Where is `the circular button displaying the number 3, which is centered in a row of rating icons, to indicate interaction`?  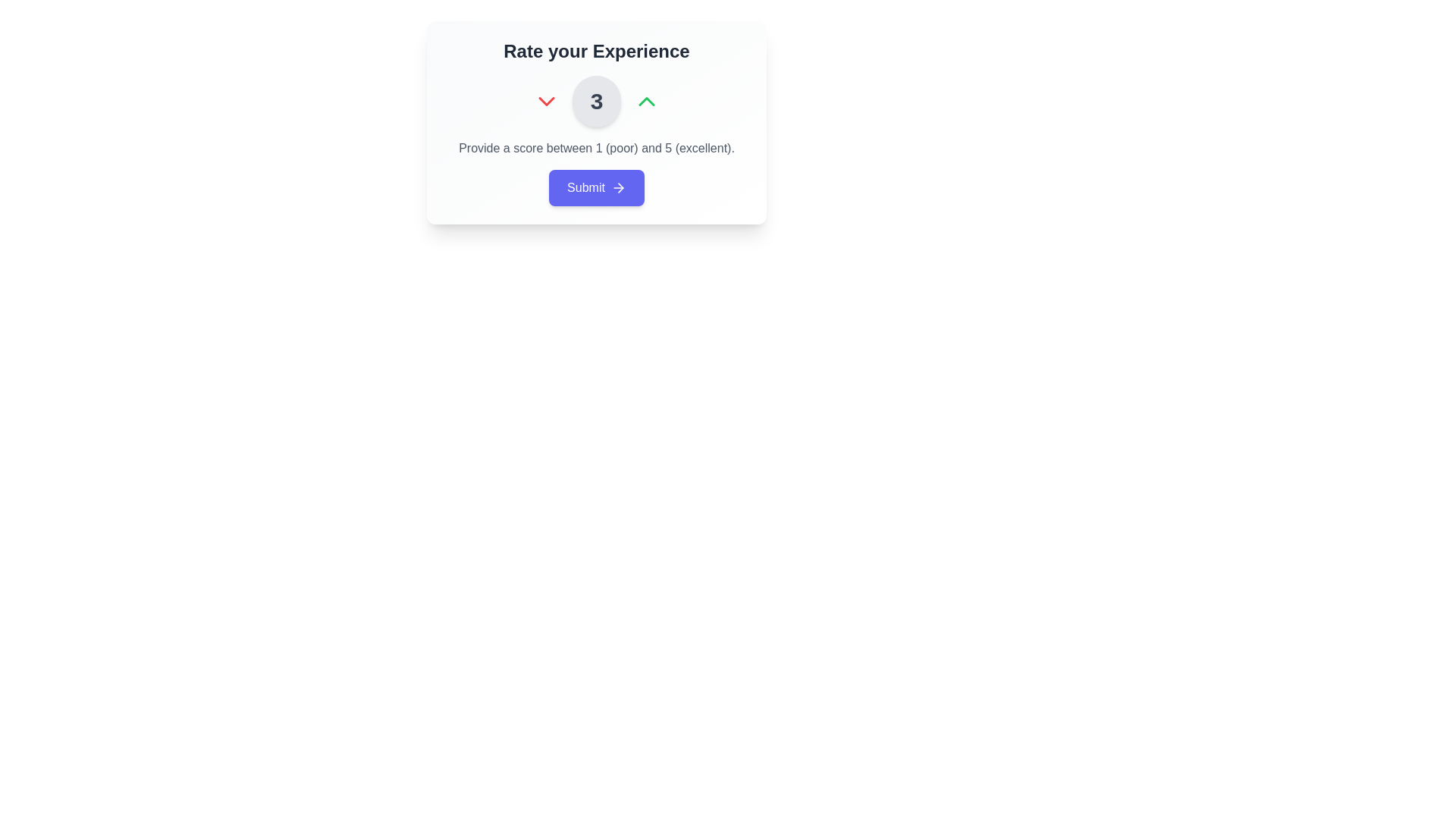
the circular button displaying the number 3, which is centered in a row of rating icons, to indicate interaction is located at coordinates (596, 102).